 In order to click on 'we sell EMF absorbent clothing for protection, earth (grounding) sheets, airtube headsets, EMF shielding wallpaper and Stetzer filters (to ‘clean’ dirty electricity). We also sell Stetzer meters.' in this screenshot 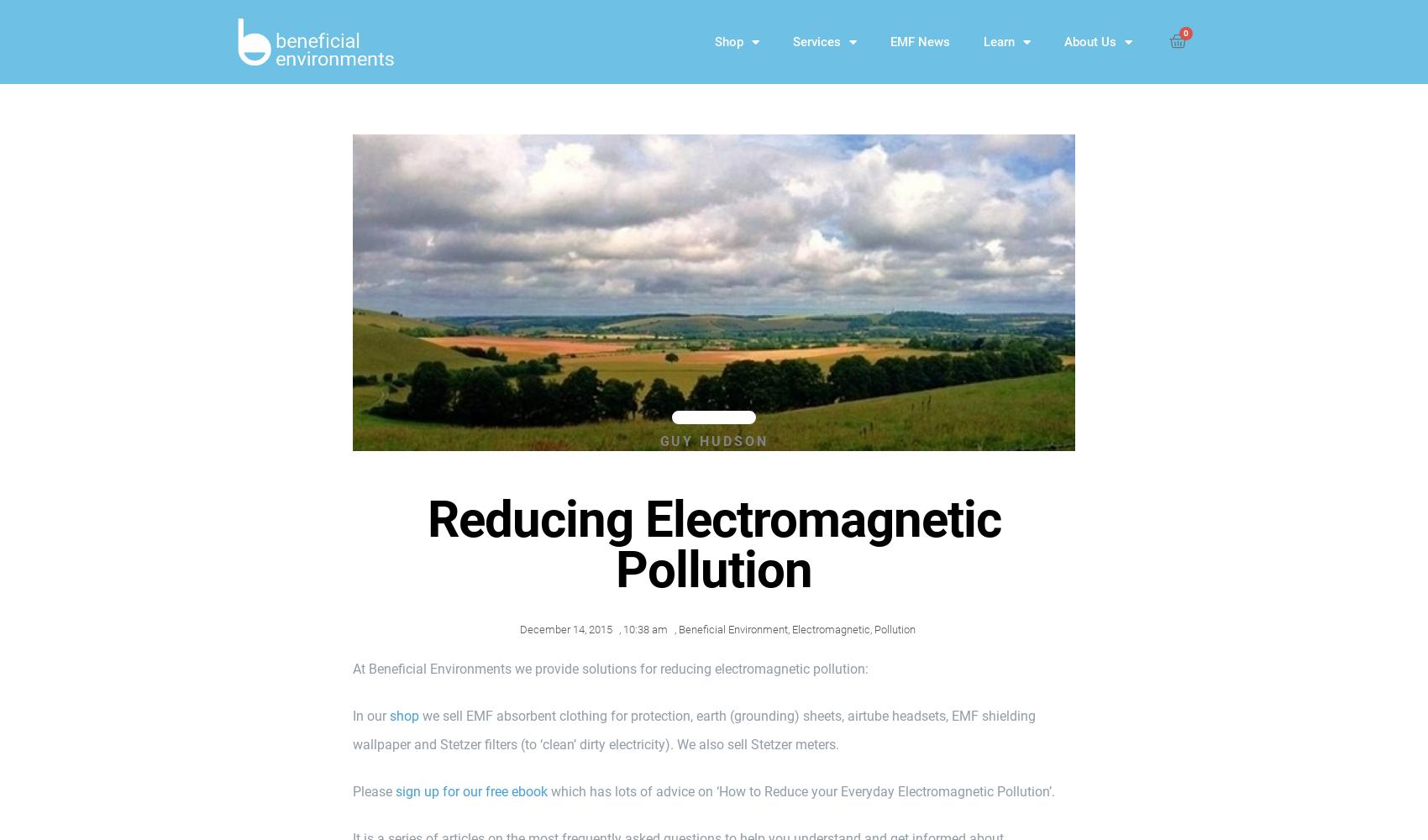, I will do `click(693, 729)`.